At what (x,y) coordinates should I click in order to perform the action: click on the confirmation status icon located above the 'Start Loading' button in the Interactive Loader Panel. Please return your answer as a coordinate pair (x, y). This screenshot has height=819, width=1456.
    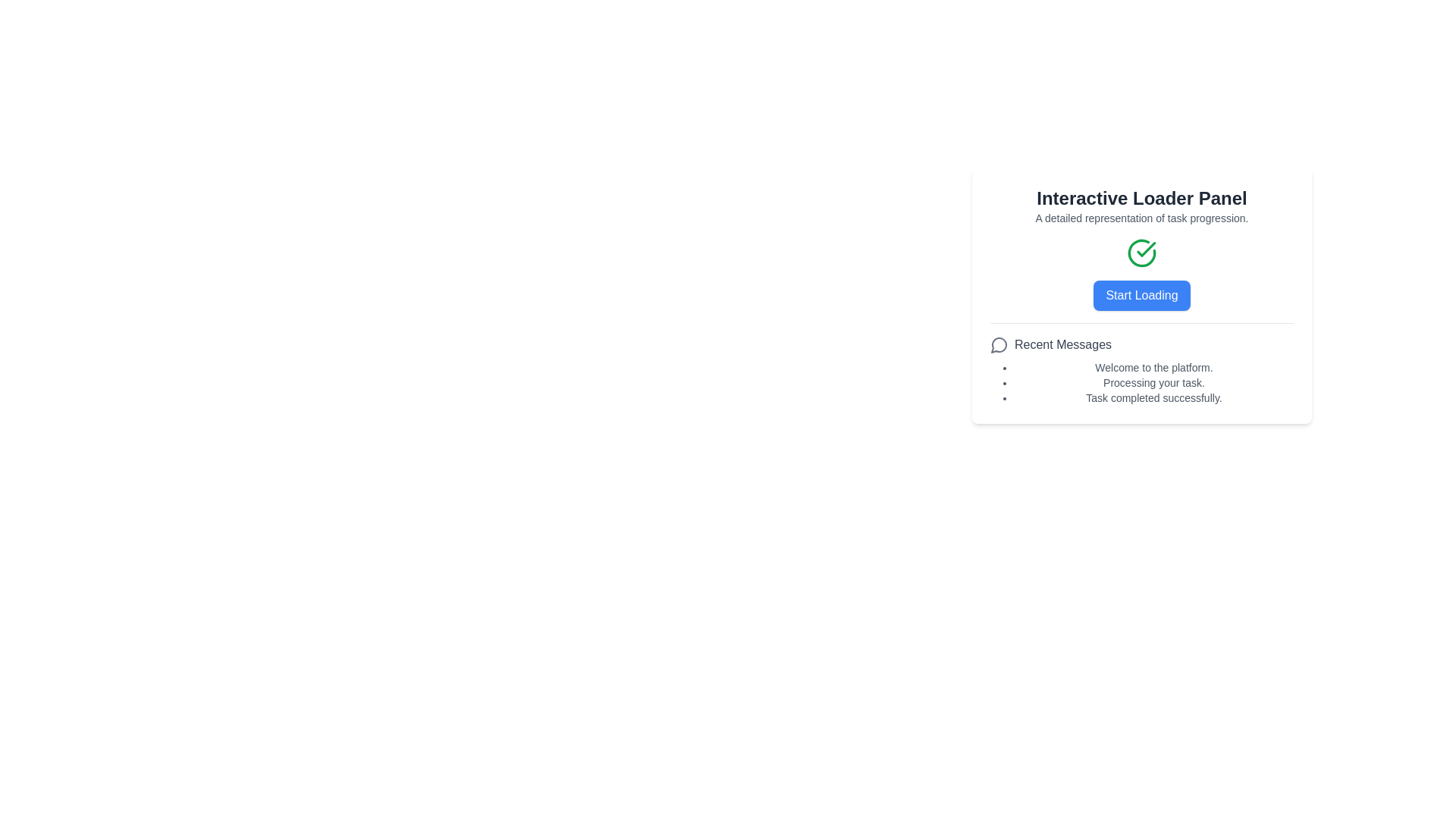
    Looking at the image, I should click on (1142, 253).